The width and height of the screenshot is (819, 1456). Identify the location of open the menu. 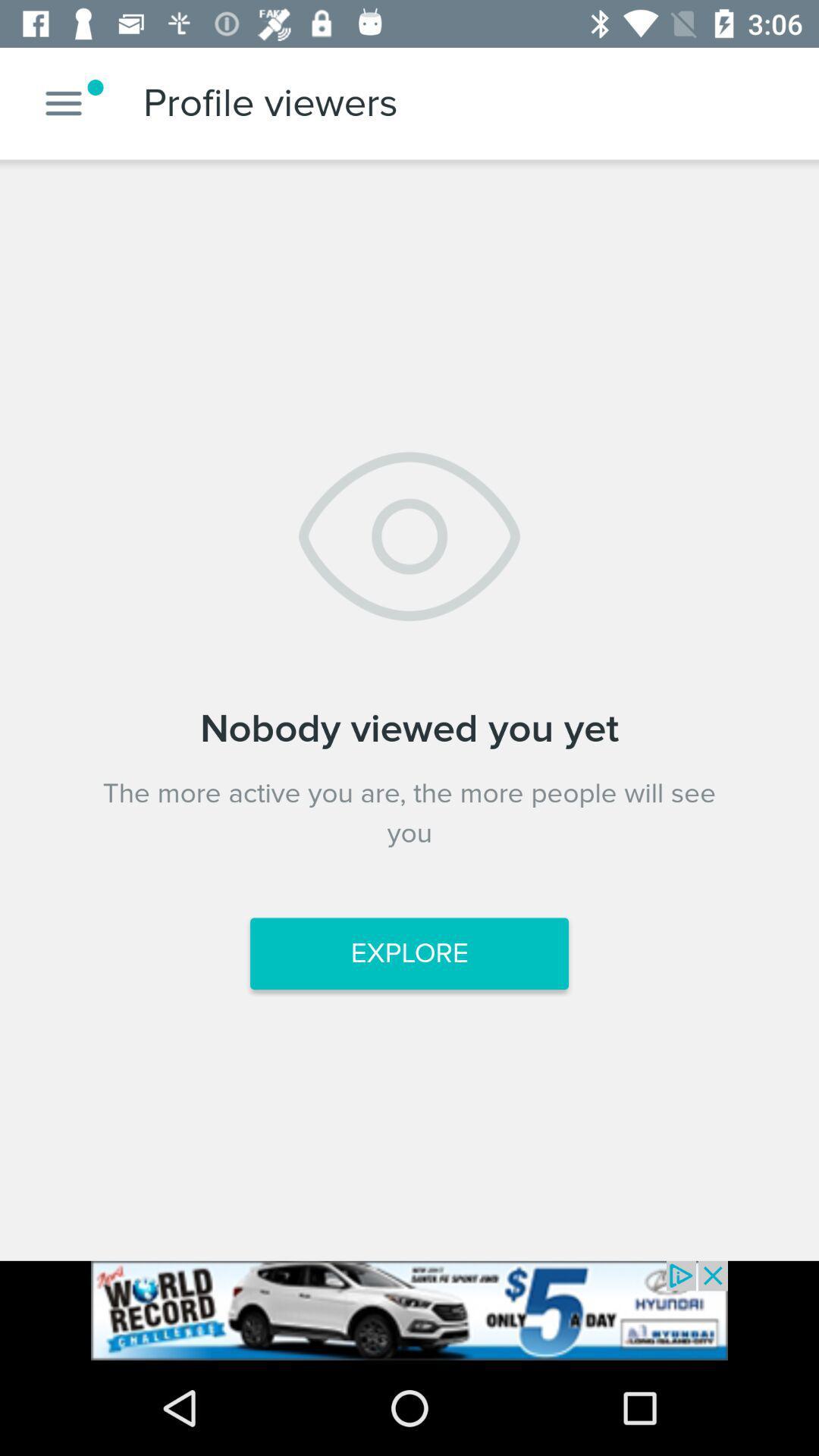
(63, 102).